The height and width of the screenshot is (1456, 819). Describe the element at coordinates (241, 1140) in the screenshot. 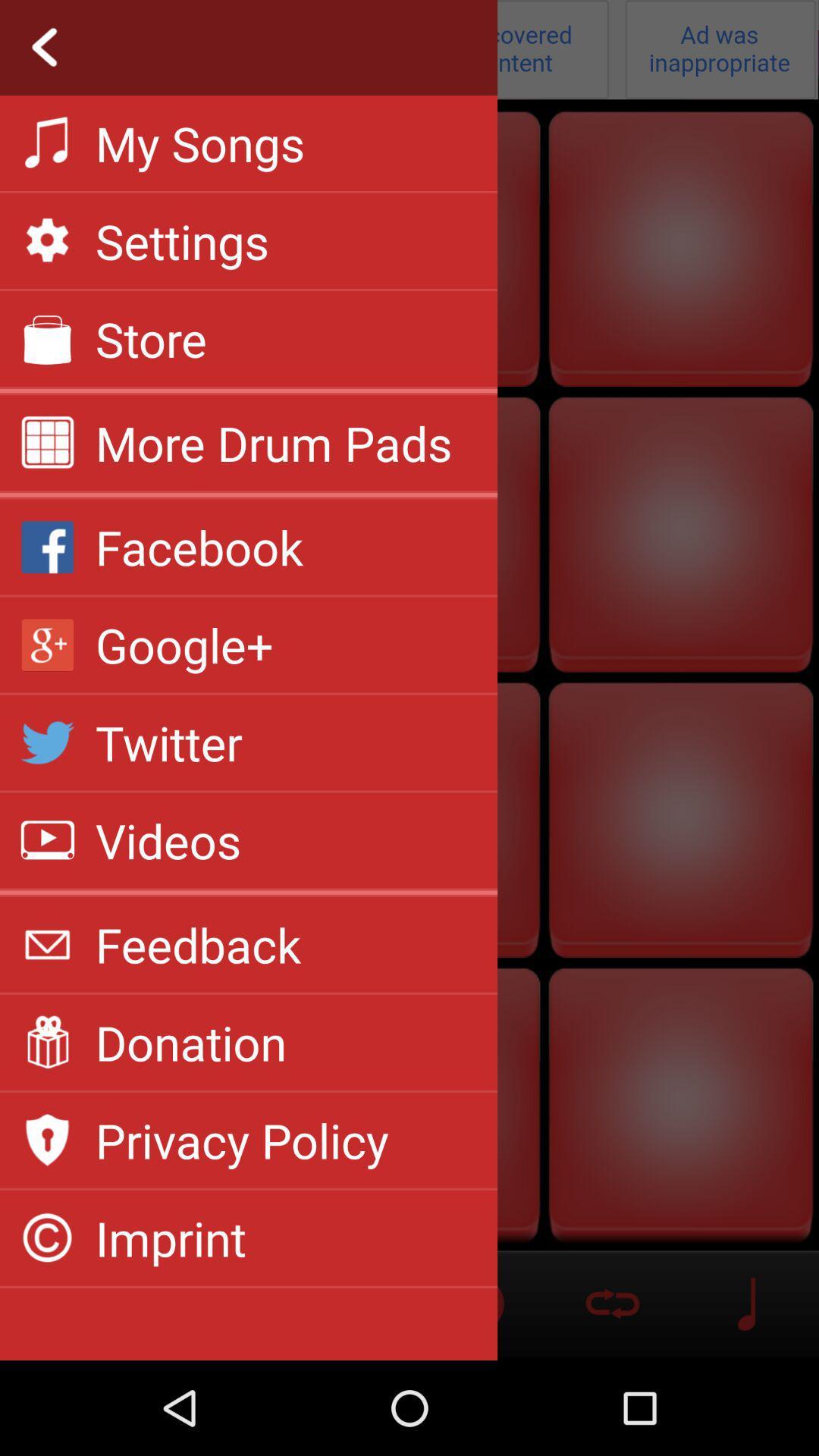

I see `the app above imprint` at that location.